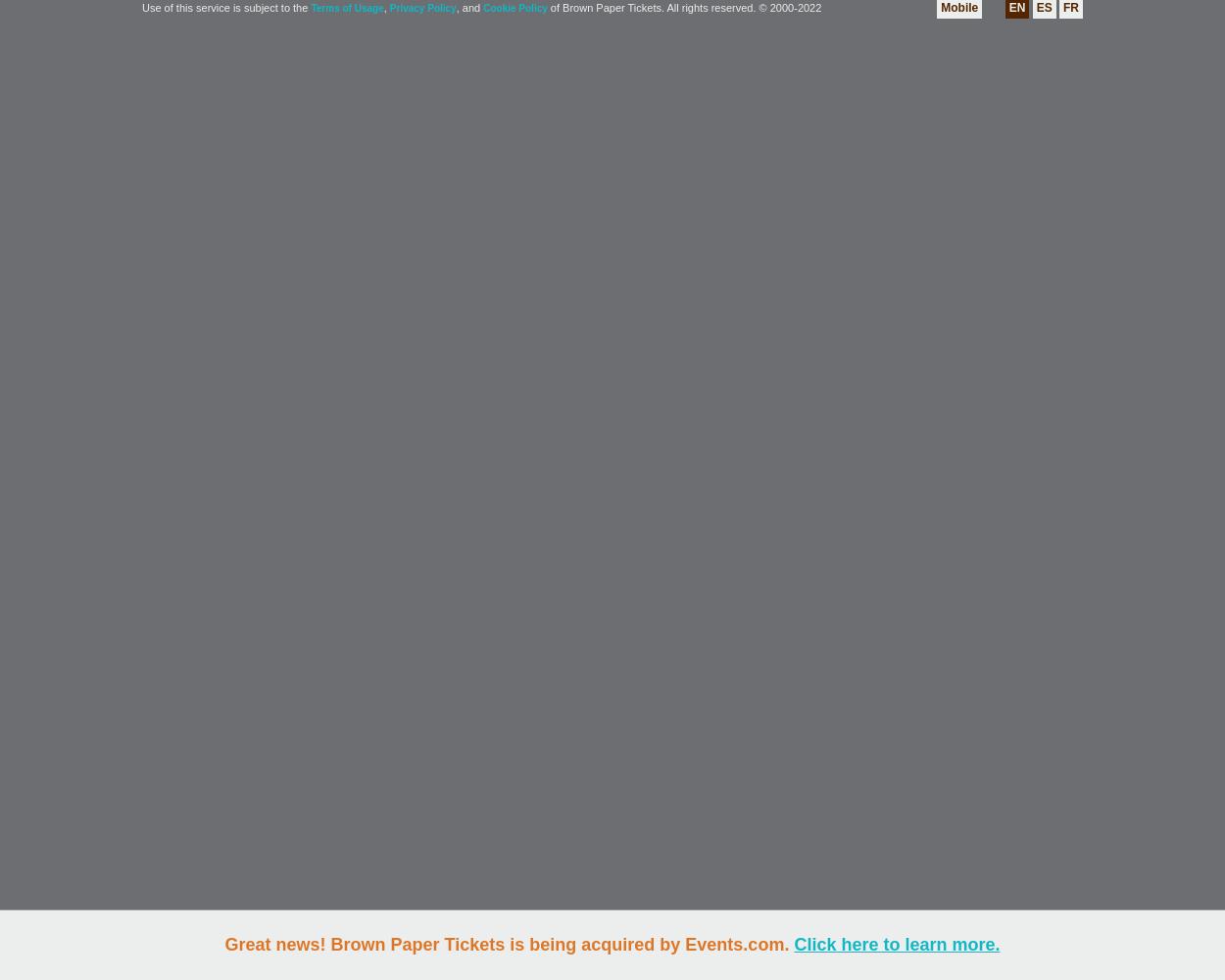  Describe the element at coordinates (514, 8) in the screenshot. I see `'Cookie Policy'` at that location.